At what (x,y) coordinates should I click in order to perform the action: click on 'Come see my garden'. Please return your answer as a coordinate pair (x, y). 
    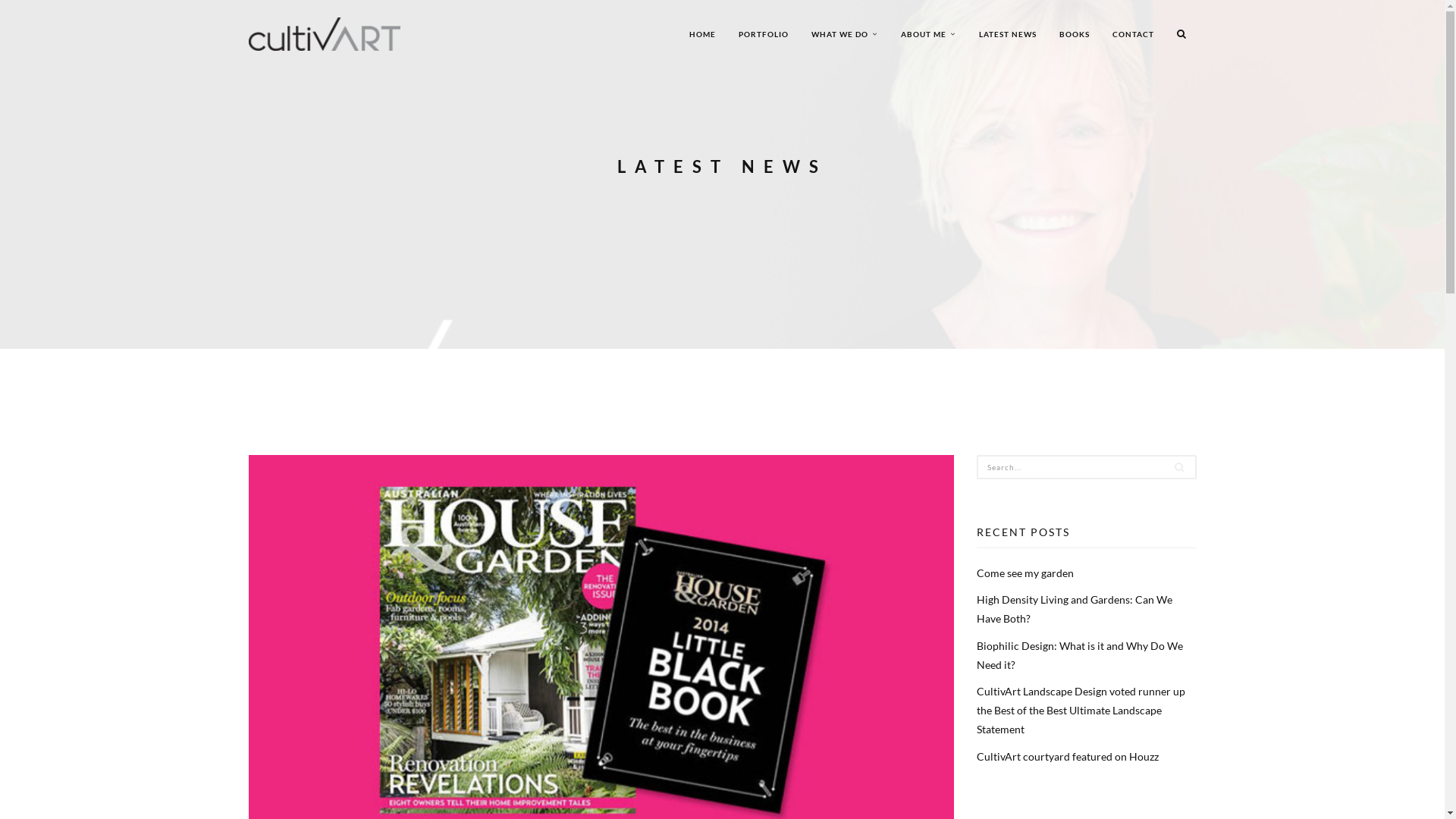
    Looking at the image, I should click on (1025, 573).